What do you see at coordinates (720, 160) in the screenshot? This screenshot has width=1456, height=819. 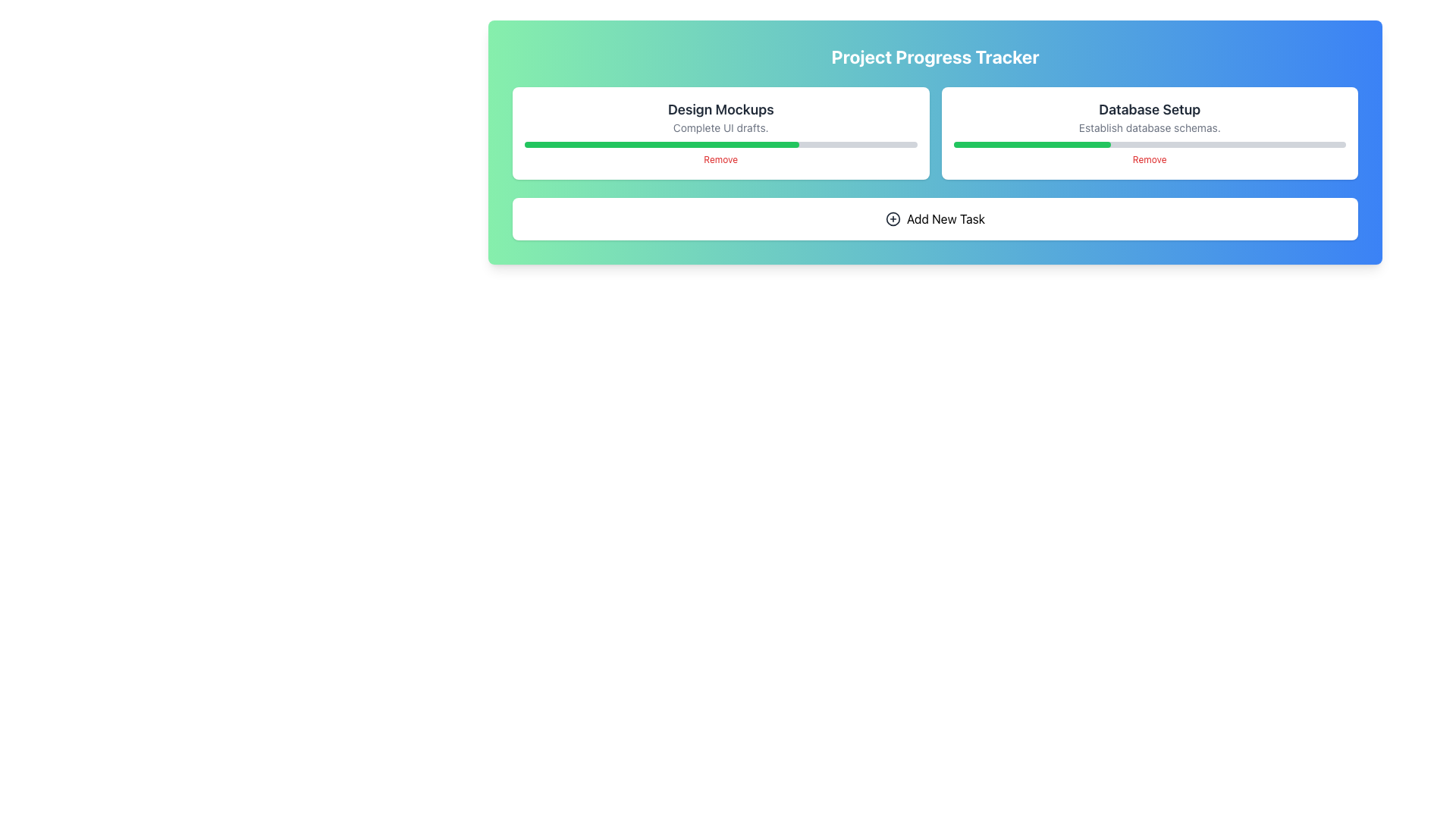 I see `the 'Remove' button located at the bottom of the 'Design Mockups' card` at bounding box center [720, 160].